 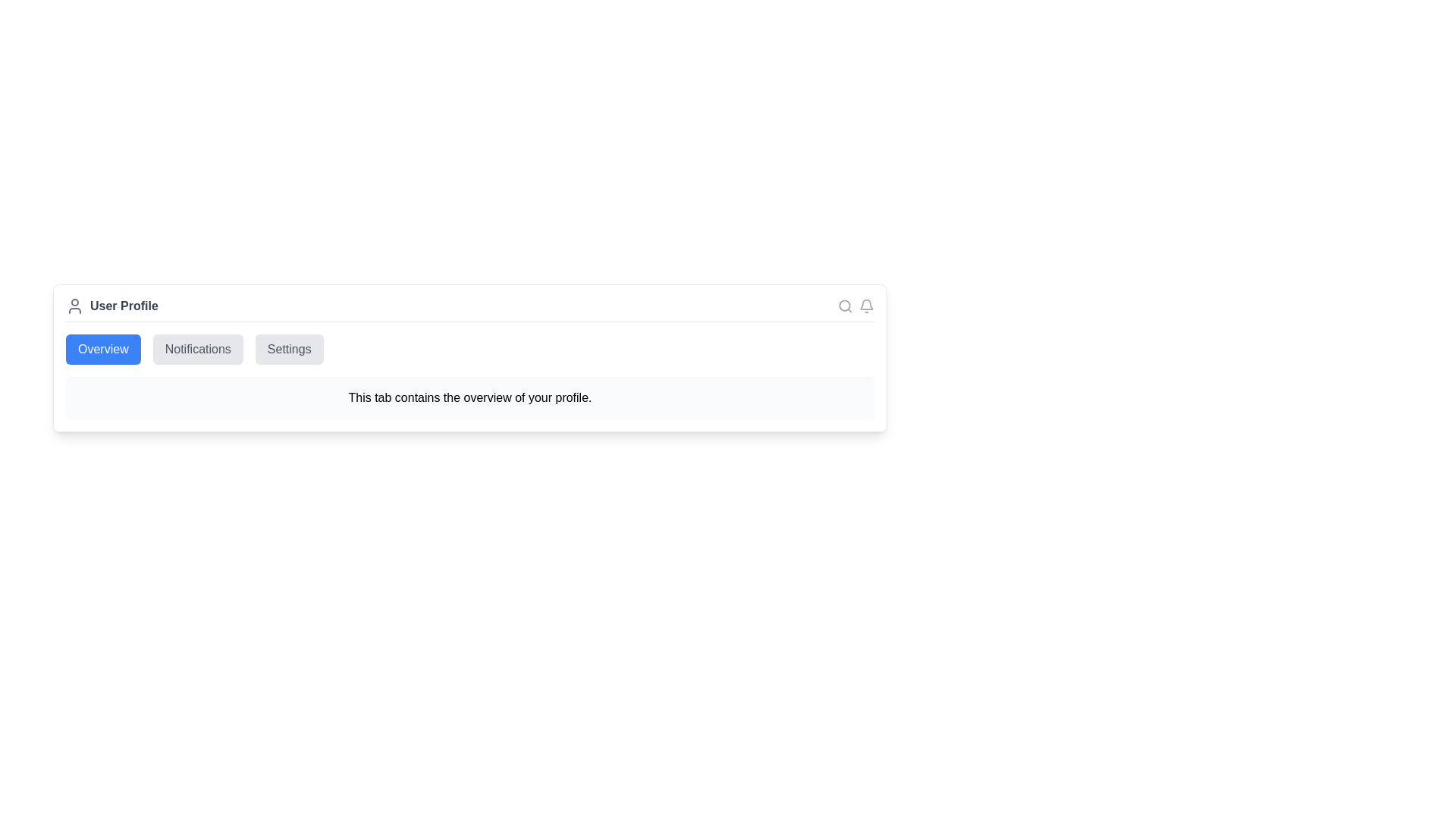 What do you see at coordinates (844, 306) in the screenshot?
I see `the search icon to activate the search functionality` at bounding box center [844, 306].